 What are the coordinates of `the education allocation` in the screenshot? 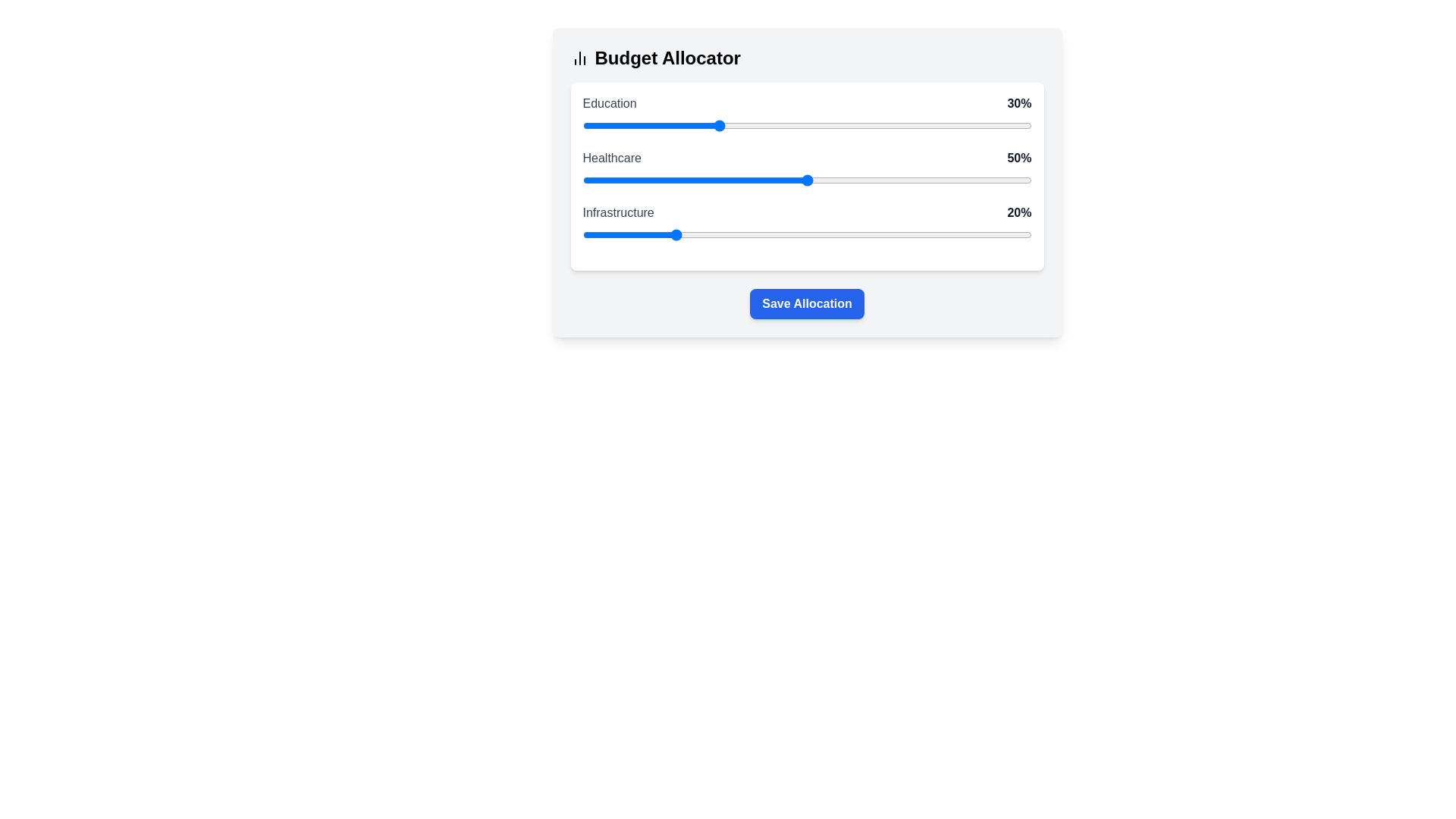 It's located at (703, 124).